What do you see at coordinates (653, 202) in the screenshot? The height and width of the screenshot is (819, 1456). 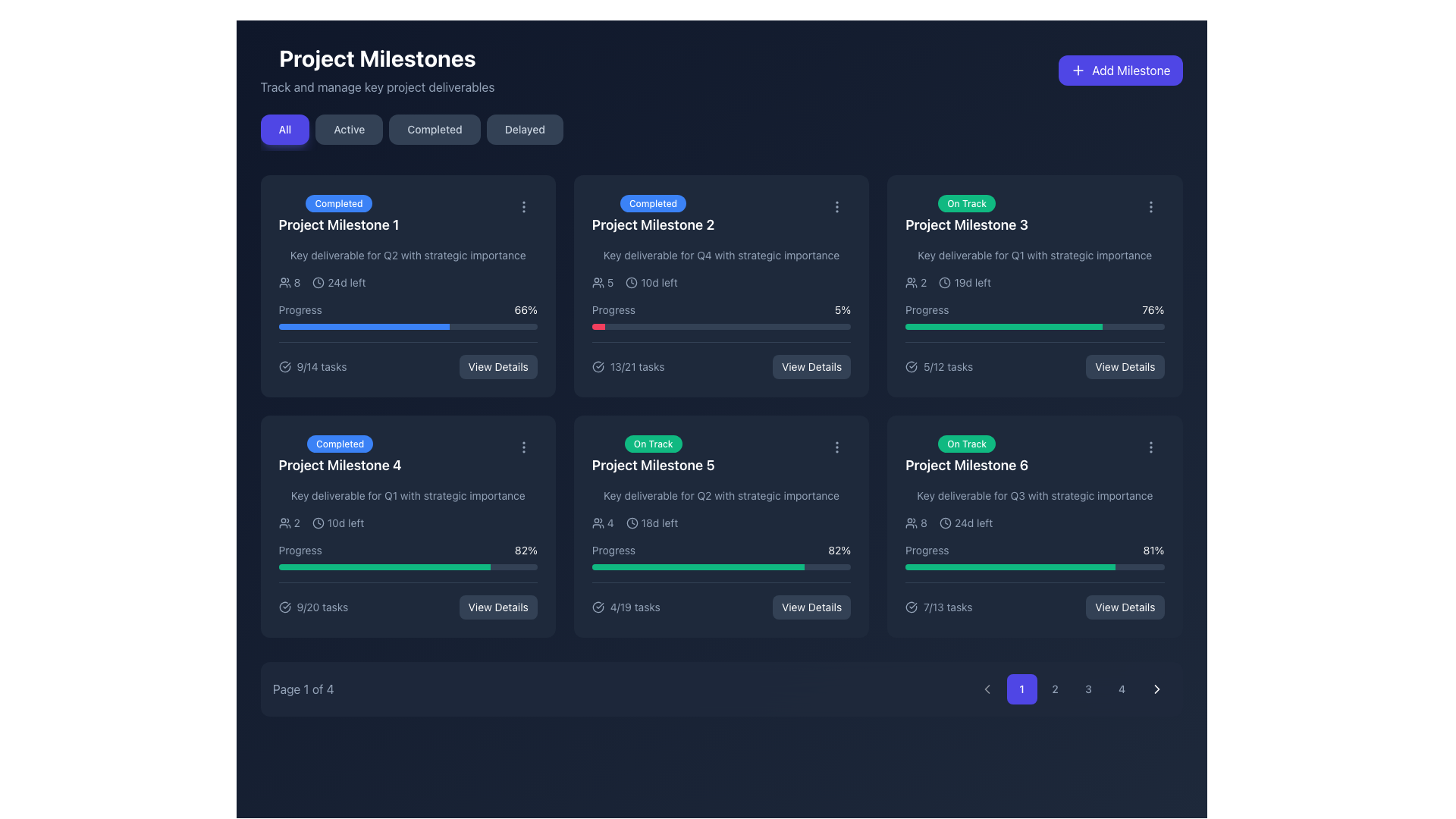 I see `the small pill-shaped label with a blue background displaying the word 'Completed', located at the top-left corner of the card labeled 'Project Milestone 2'` at bounding box center [653, 202].